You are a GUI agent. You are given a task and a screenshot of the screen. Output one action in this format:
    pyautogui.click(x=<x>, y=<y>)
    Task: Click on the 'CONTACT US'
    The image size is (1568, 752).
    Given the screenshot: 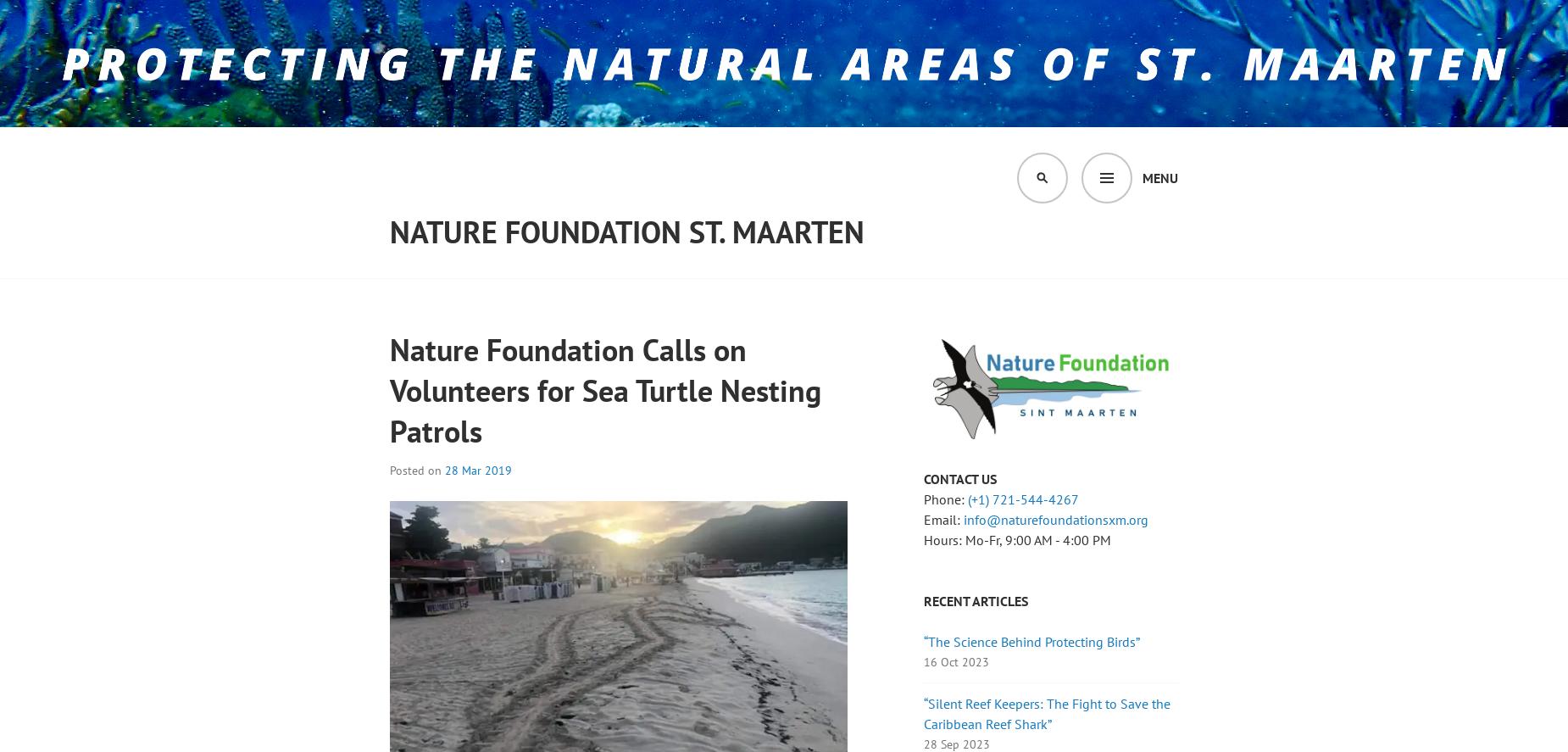 What is the action you would take?
    pyautogui.click(x=959, y=478)
    